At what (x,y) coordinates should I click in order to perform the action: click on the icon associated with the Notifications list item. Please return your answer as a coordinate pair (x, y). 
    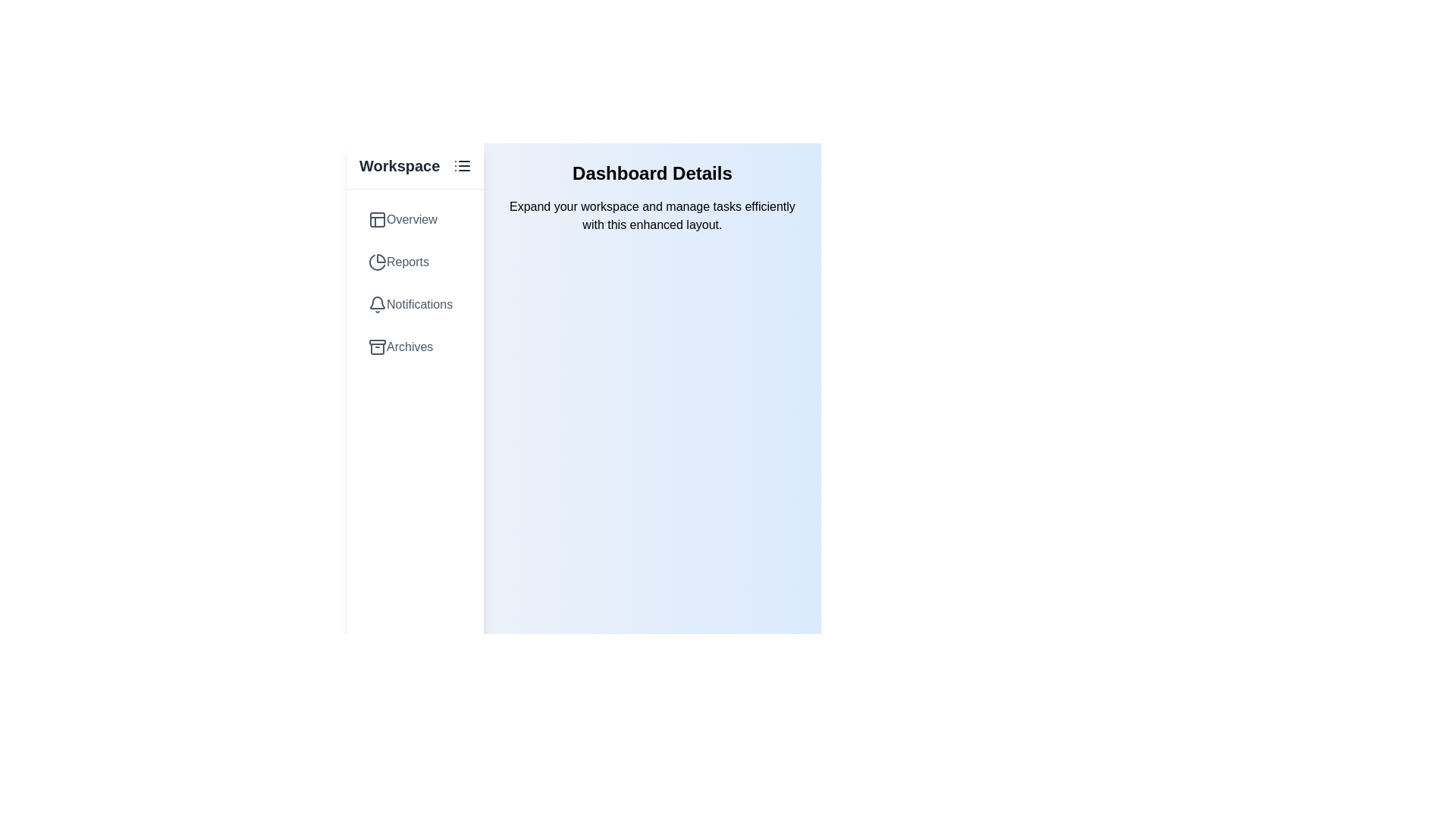
    Looking at the image, I should click on (378, 304).